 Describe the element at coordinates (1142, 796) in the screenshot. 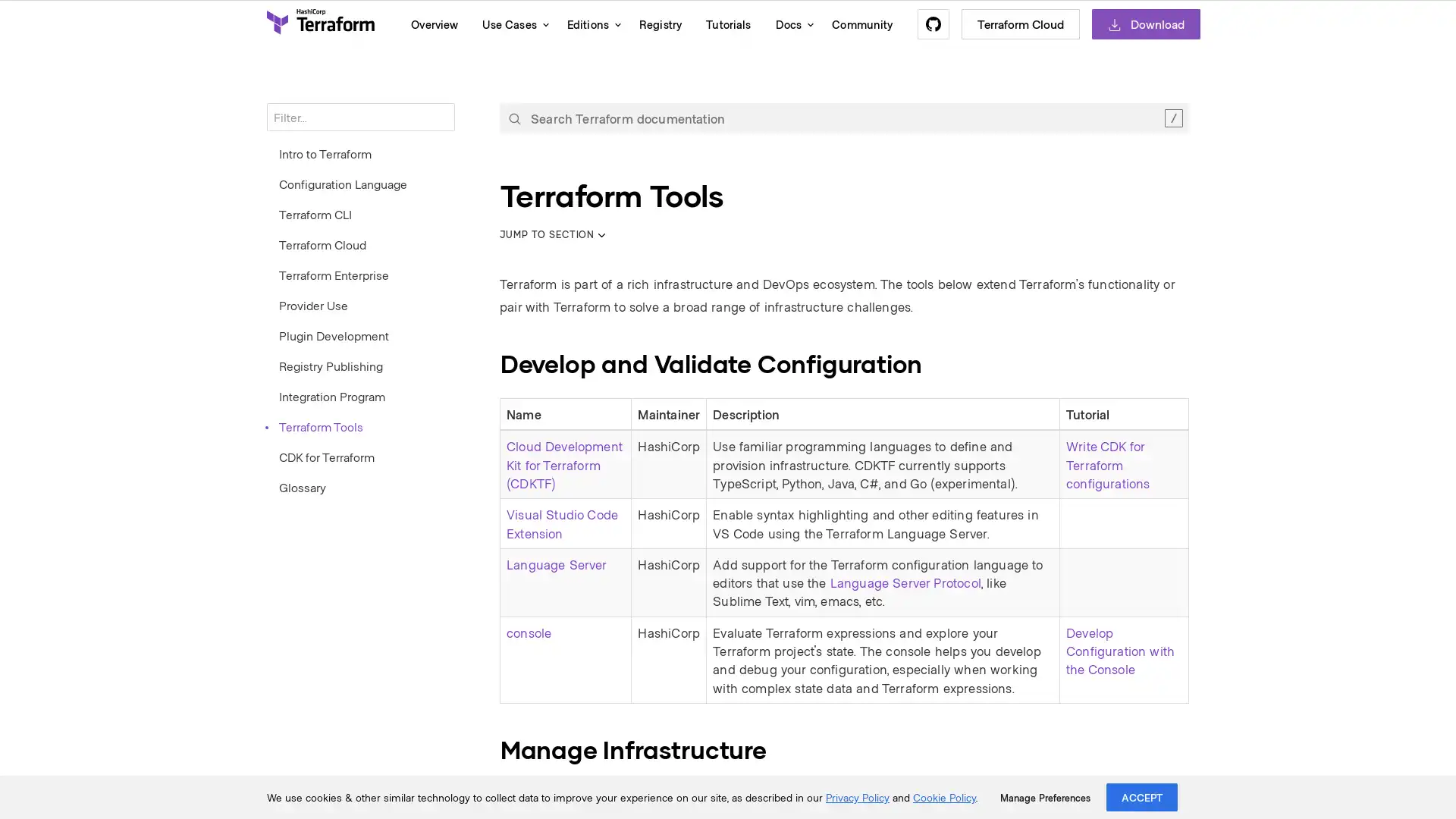

I see `ACCEPT` at that location.